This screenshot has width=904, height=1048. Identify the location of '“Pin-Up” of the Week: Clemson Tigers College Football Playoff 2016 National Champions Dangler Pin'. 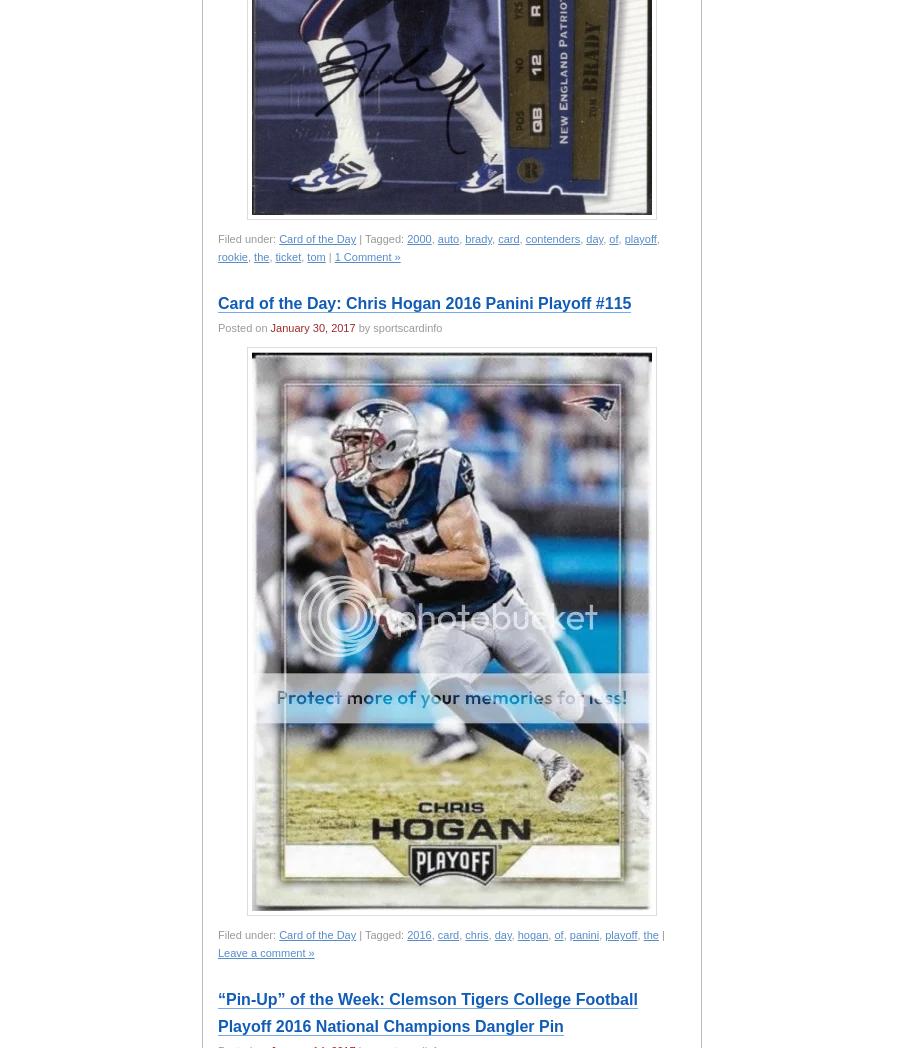
(427, 1012).